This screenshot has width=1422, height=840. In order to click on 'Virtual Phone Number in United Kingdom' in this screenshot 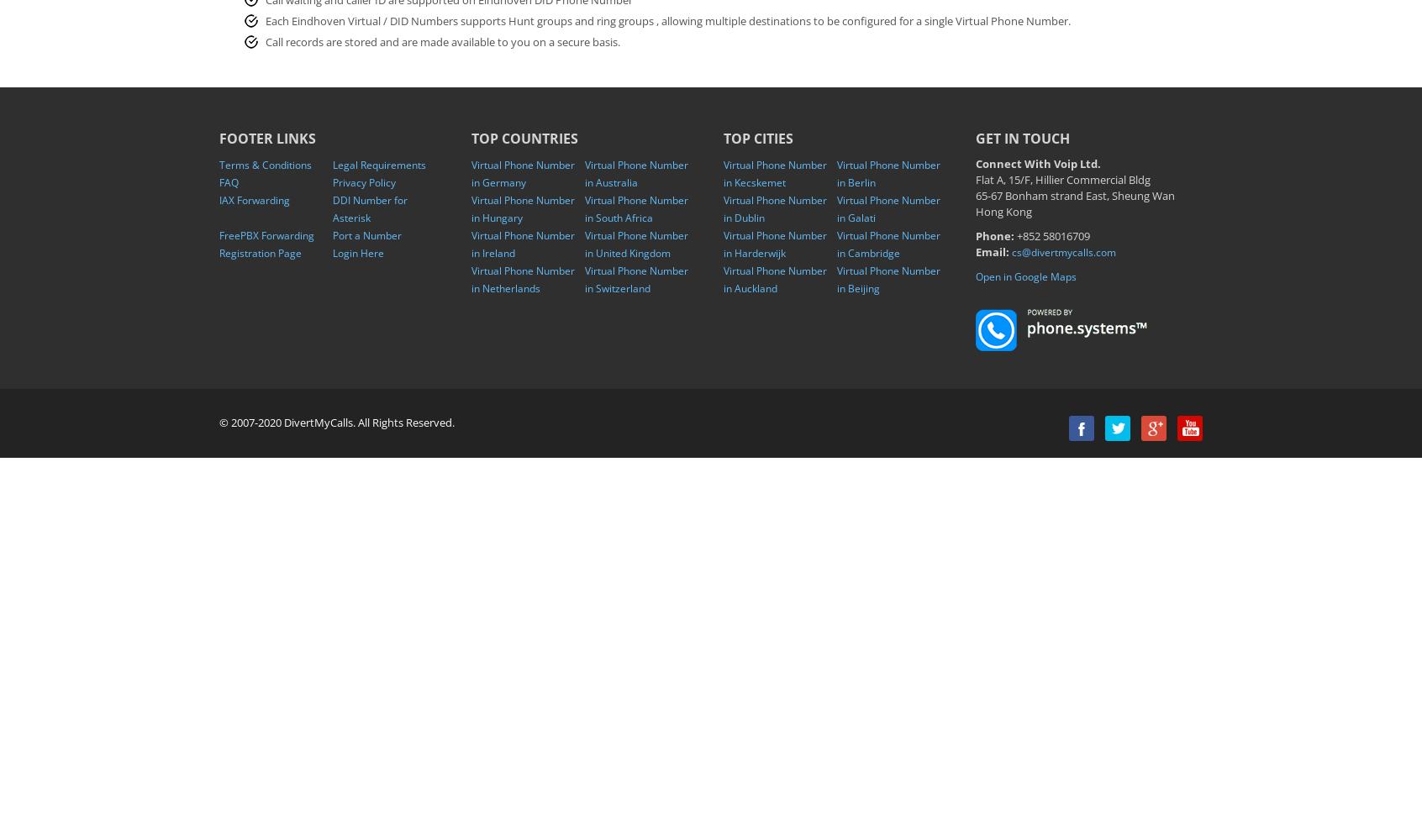, I will do `click(635, 244)`.